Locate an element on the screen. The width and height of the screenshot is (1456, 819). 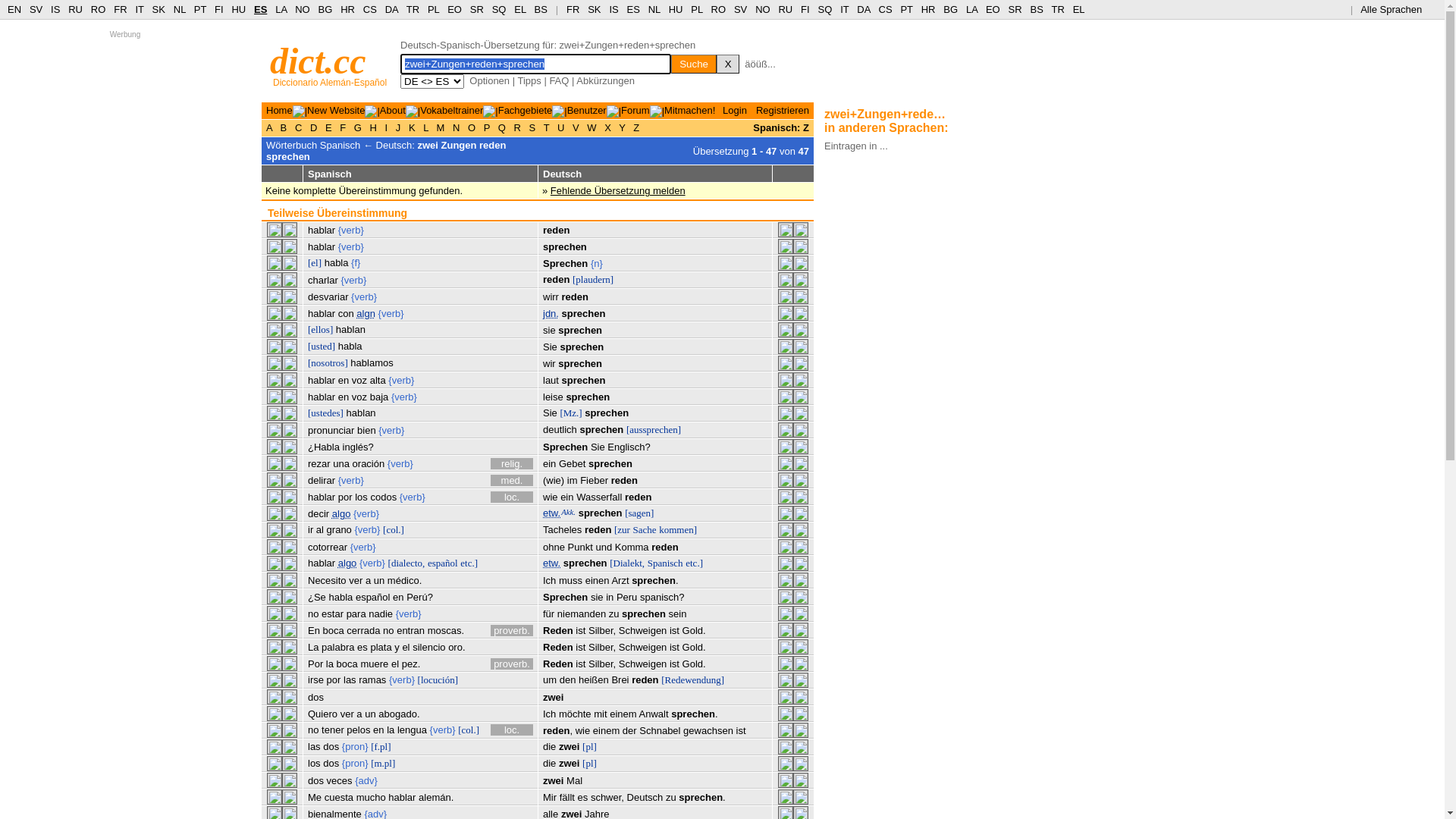
'Z' is located at coordinates (636, 127).